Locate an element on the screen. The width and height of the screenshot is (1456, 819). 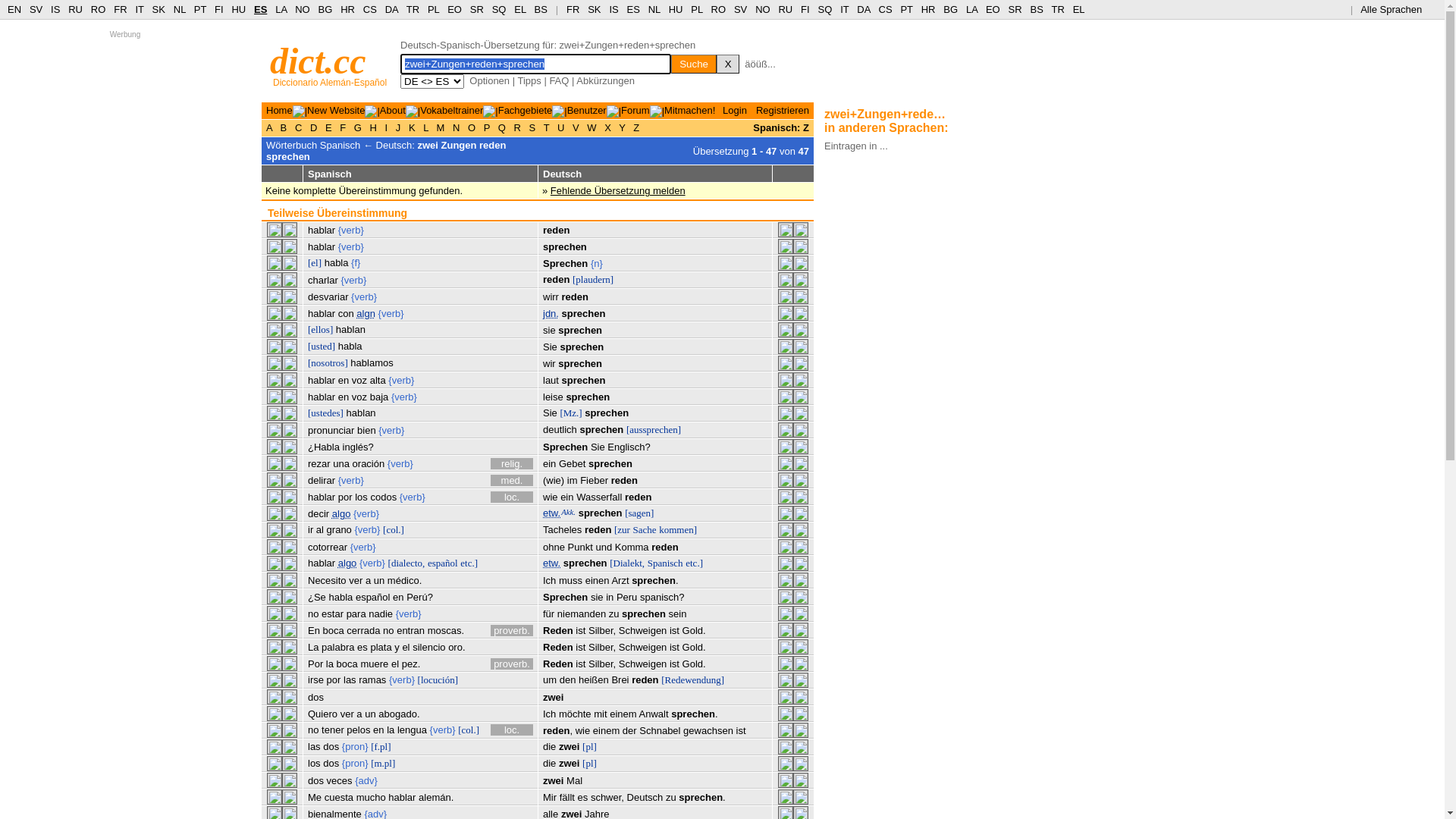
'Z' is located at coordinates (636, 127).